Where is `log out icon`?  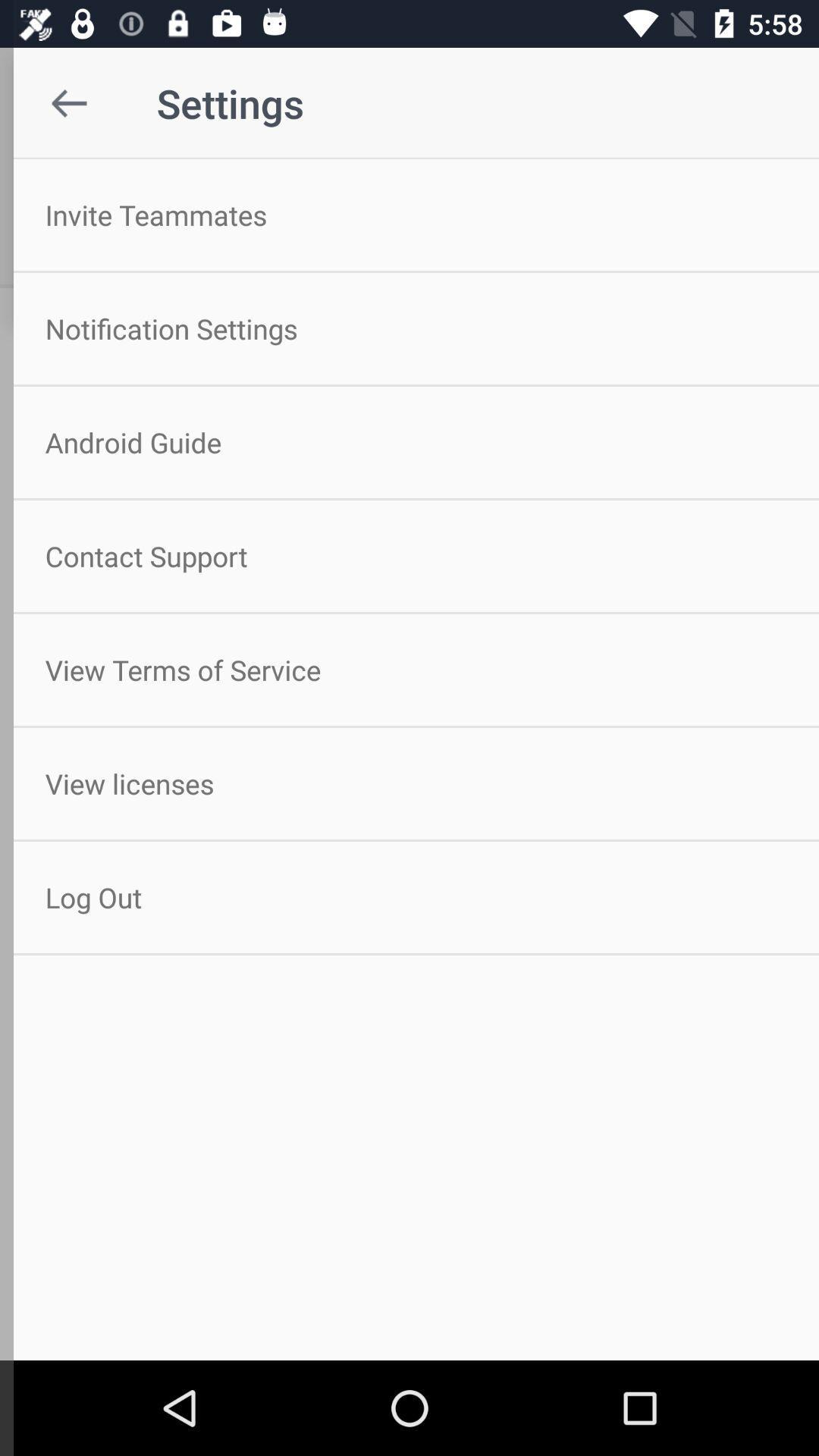
log out icon is located at coordinates (409, 897).